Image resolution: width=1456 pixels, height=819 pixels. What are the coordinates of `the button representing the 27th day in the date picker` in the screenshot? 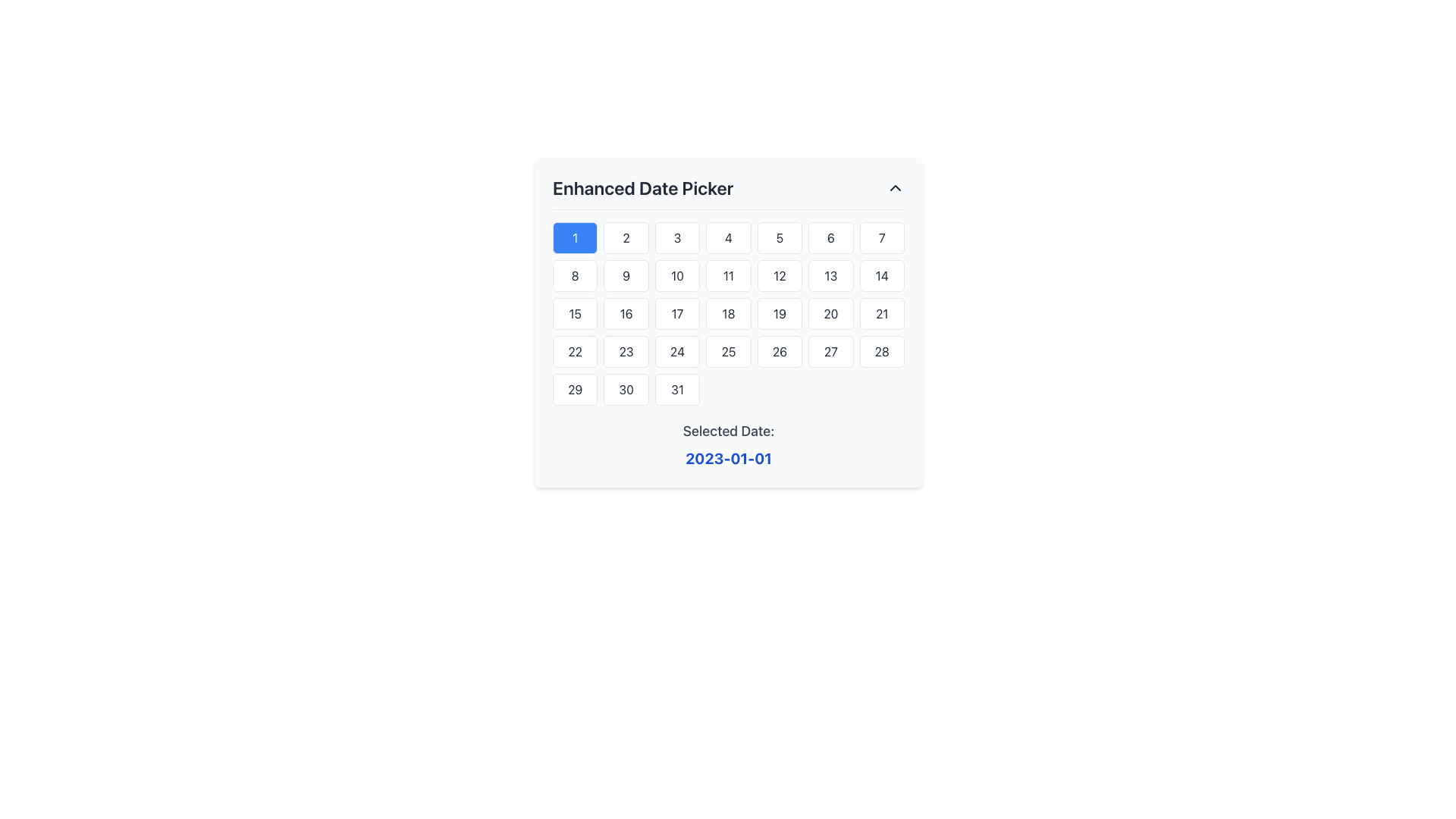 It's located at (830, 351).